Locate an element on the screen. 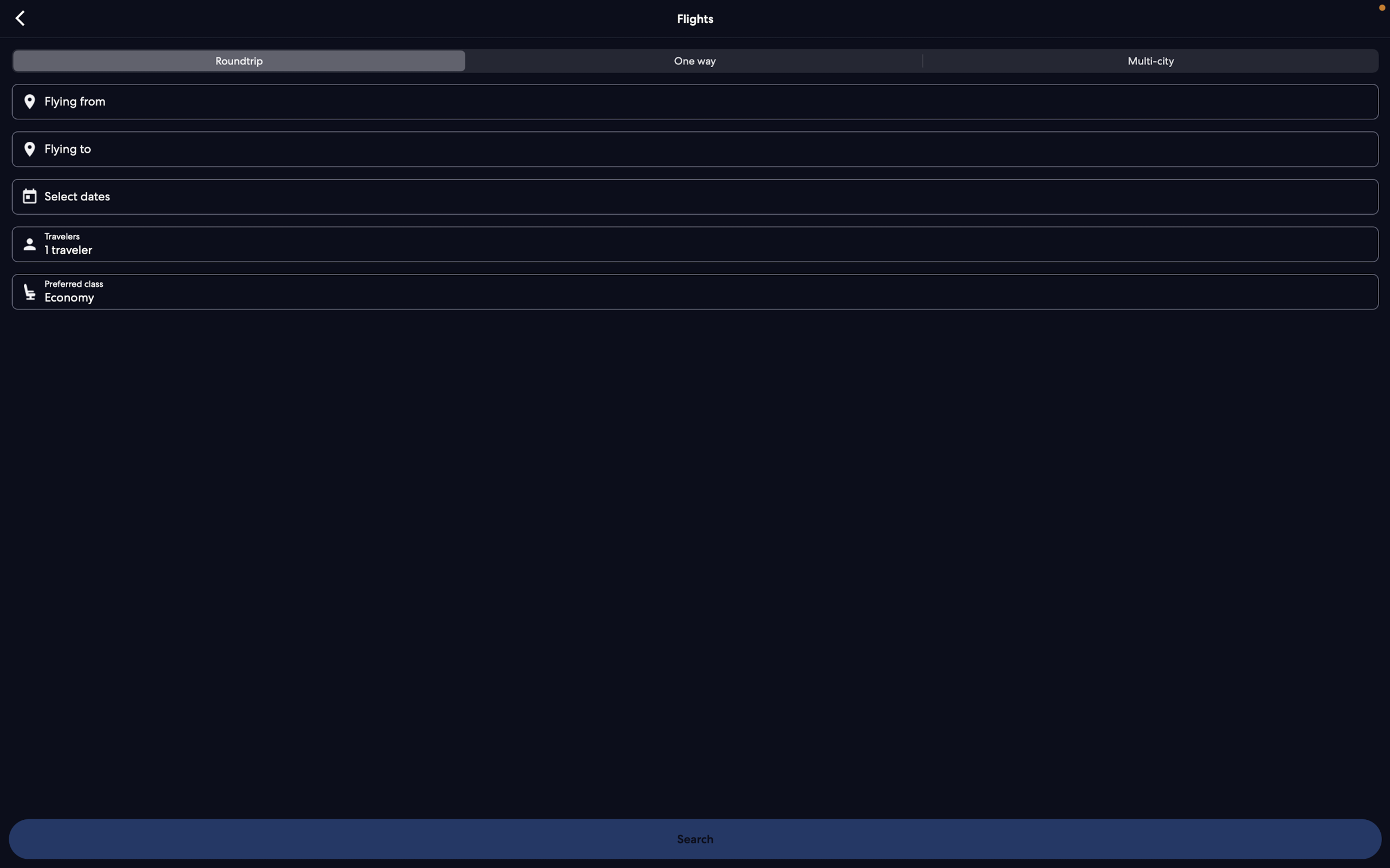 The height and width of the screenshot is (868, 1390). multi-city option for flights is located at coordinates (1147, 63).